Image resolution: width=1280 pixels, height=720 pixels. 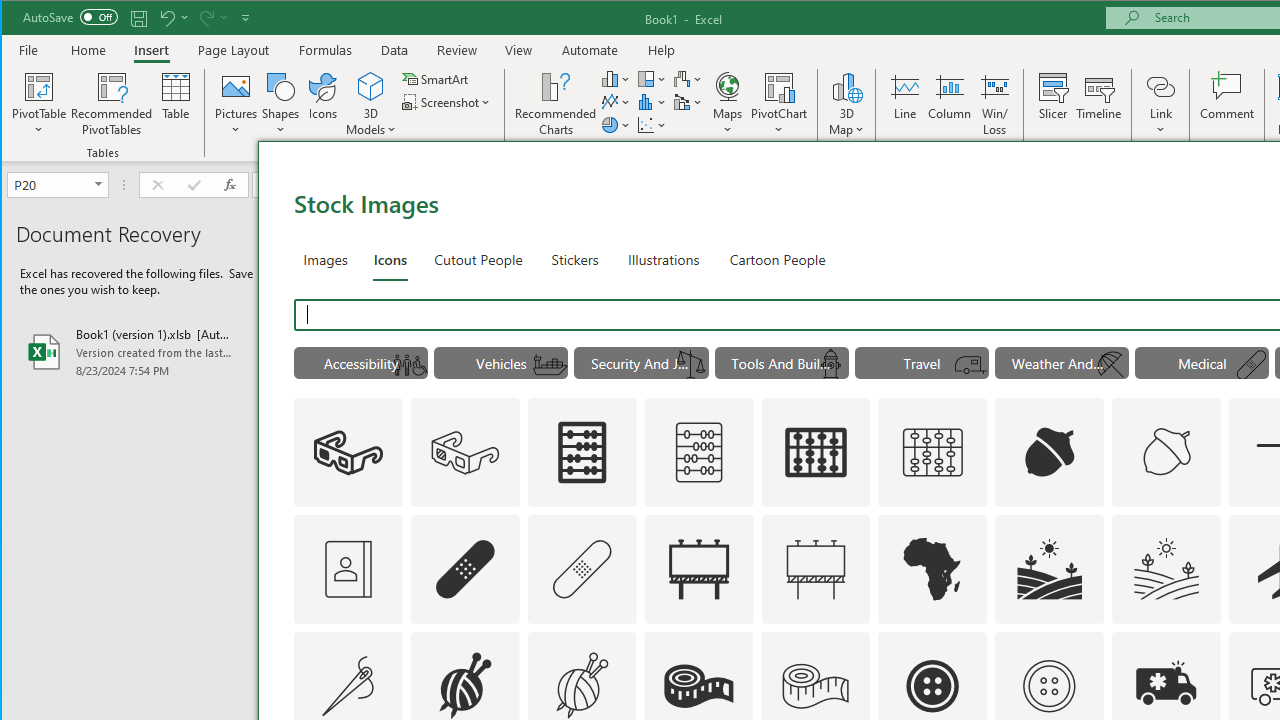 I want to click on 'Link', so click(x=1160, y=85).